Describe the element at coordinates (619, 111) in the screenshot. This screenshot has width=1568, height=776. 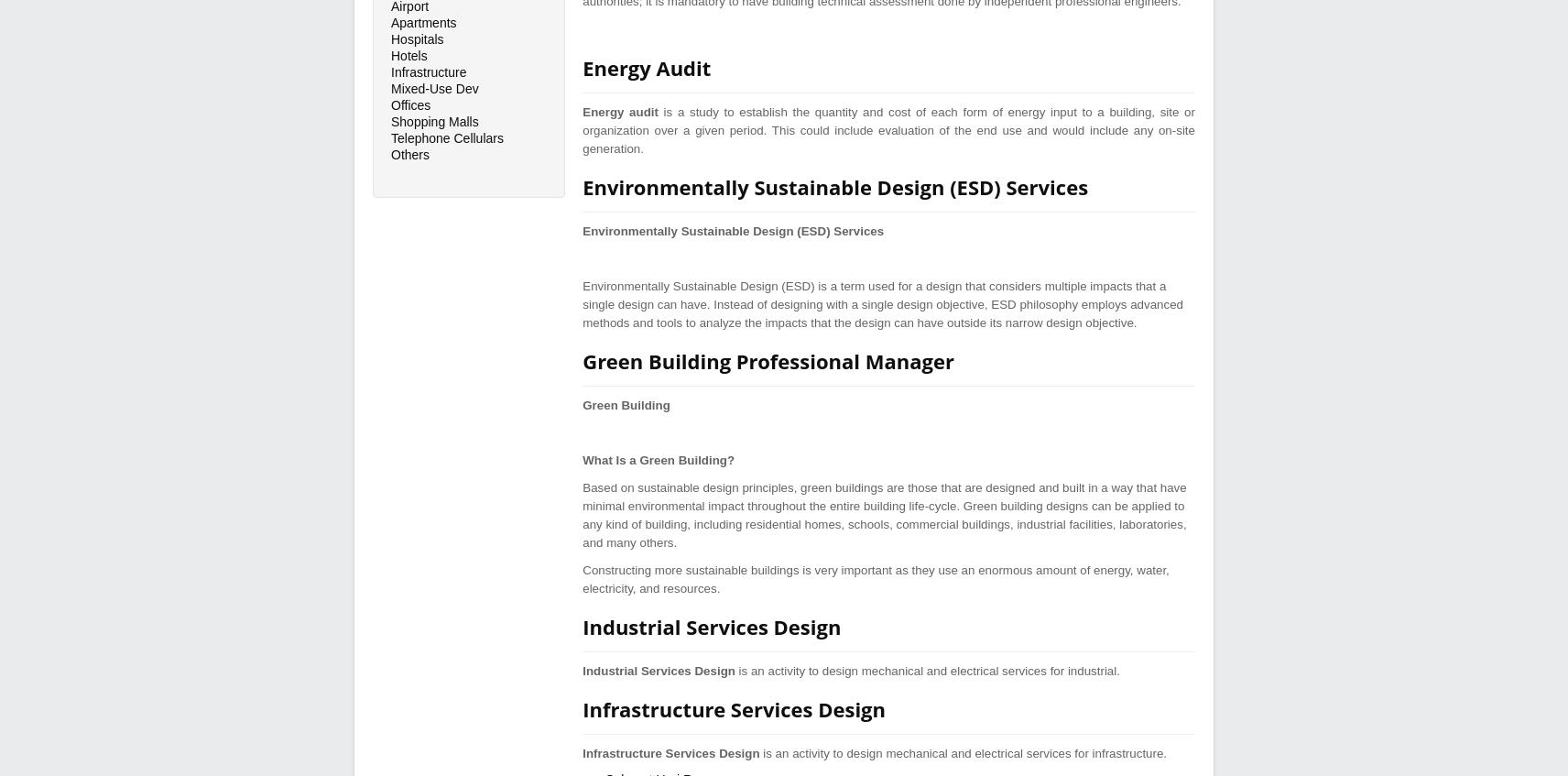
I see `'Energy audit'` at that location.